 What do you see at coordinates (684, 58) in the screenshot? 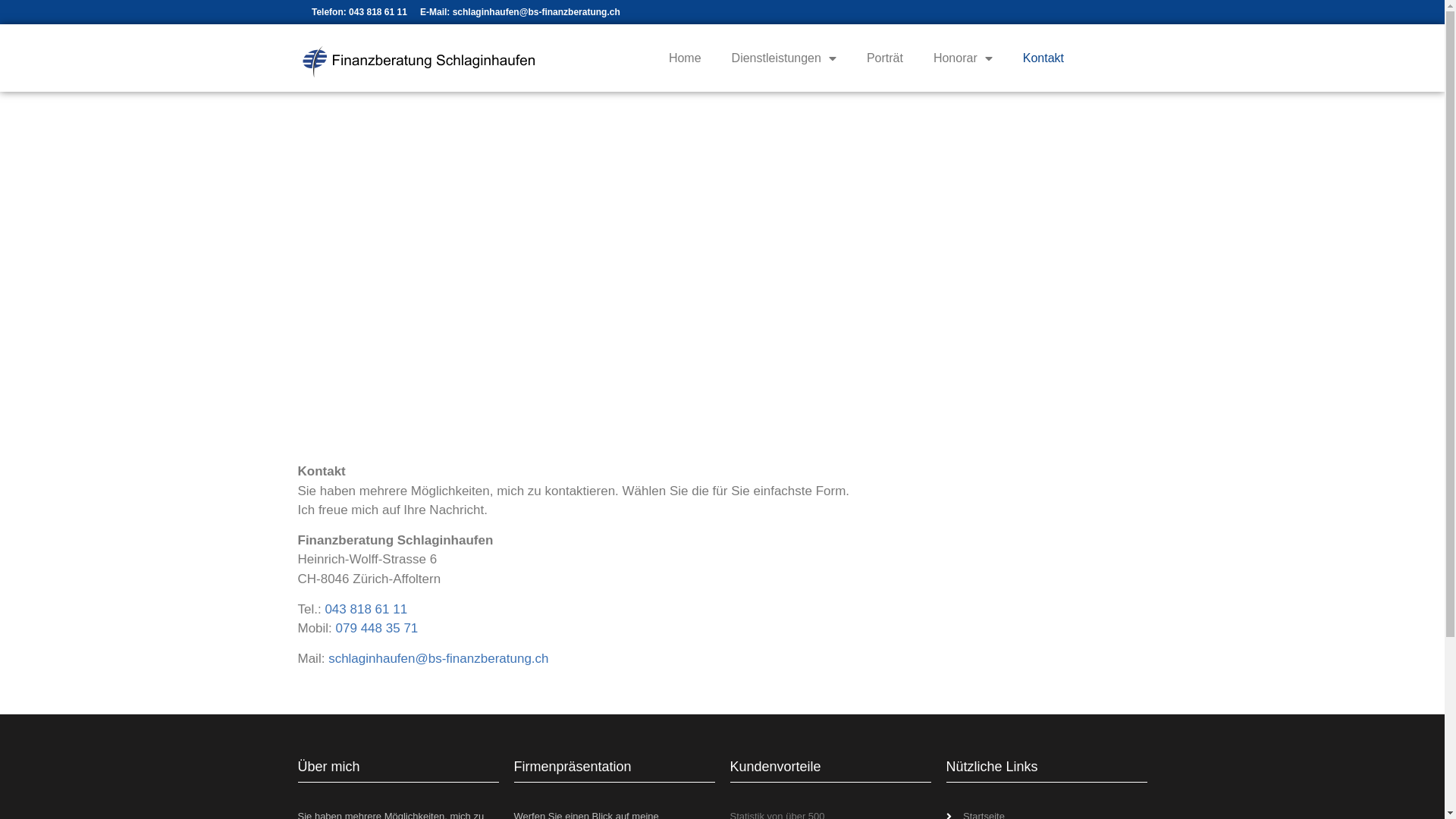
I see `'Home'` at bounding box center [684, 58].